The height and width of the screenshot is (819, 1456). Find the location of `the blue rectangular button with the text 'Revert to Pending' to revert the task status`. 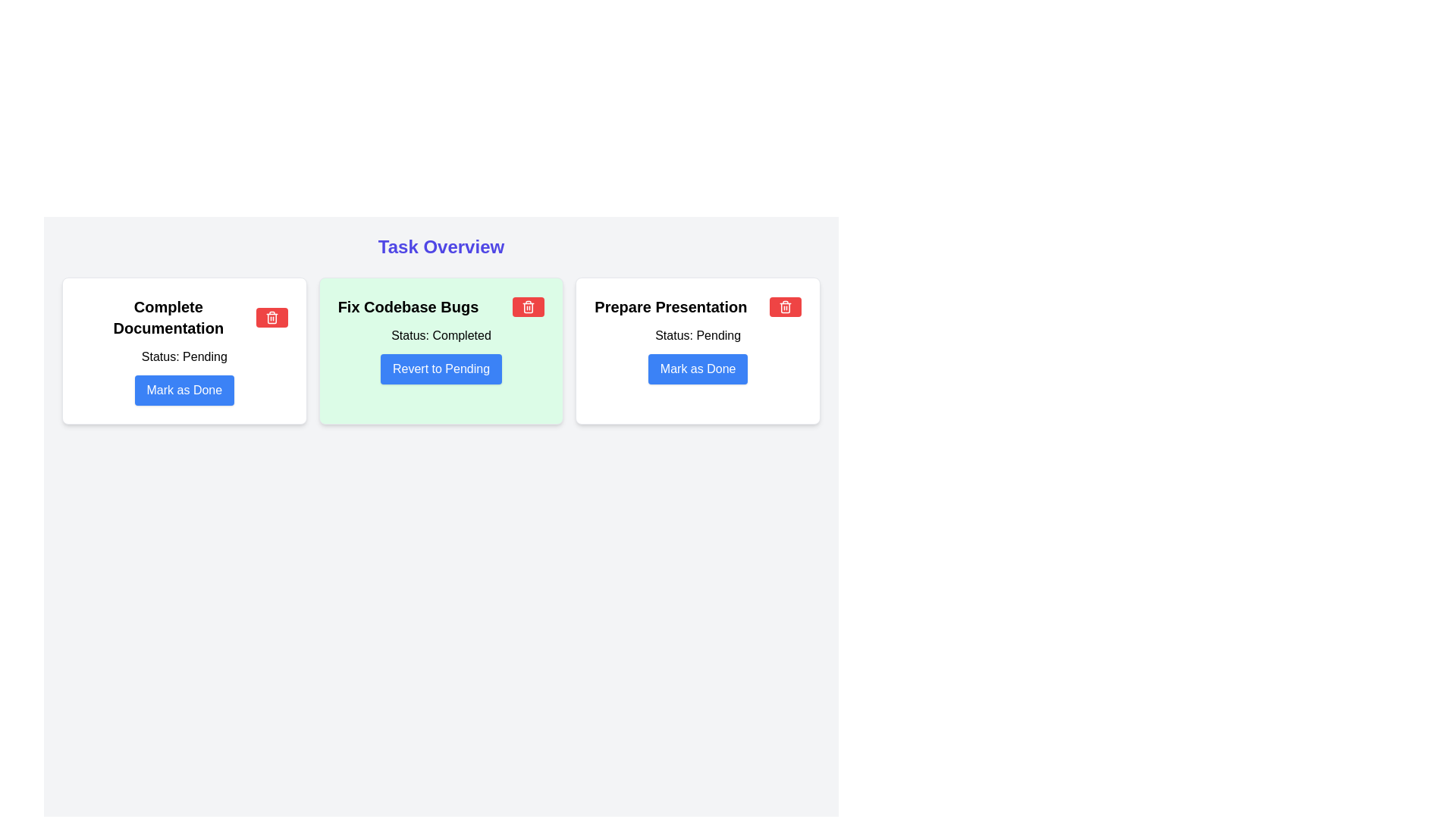

the blue rectangular button with the text 'Revert to Pending' to revert the task status is located at coordinates (440, 369).